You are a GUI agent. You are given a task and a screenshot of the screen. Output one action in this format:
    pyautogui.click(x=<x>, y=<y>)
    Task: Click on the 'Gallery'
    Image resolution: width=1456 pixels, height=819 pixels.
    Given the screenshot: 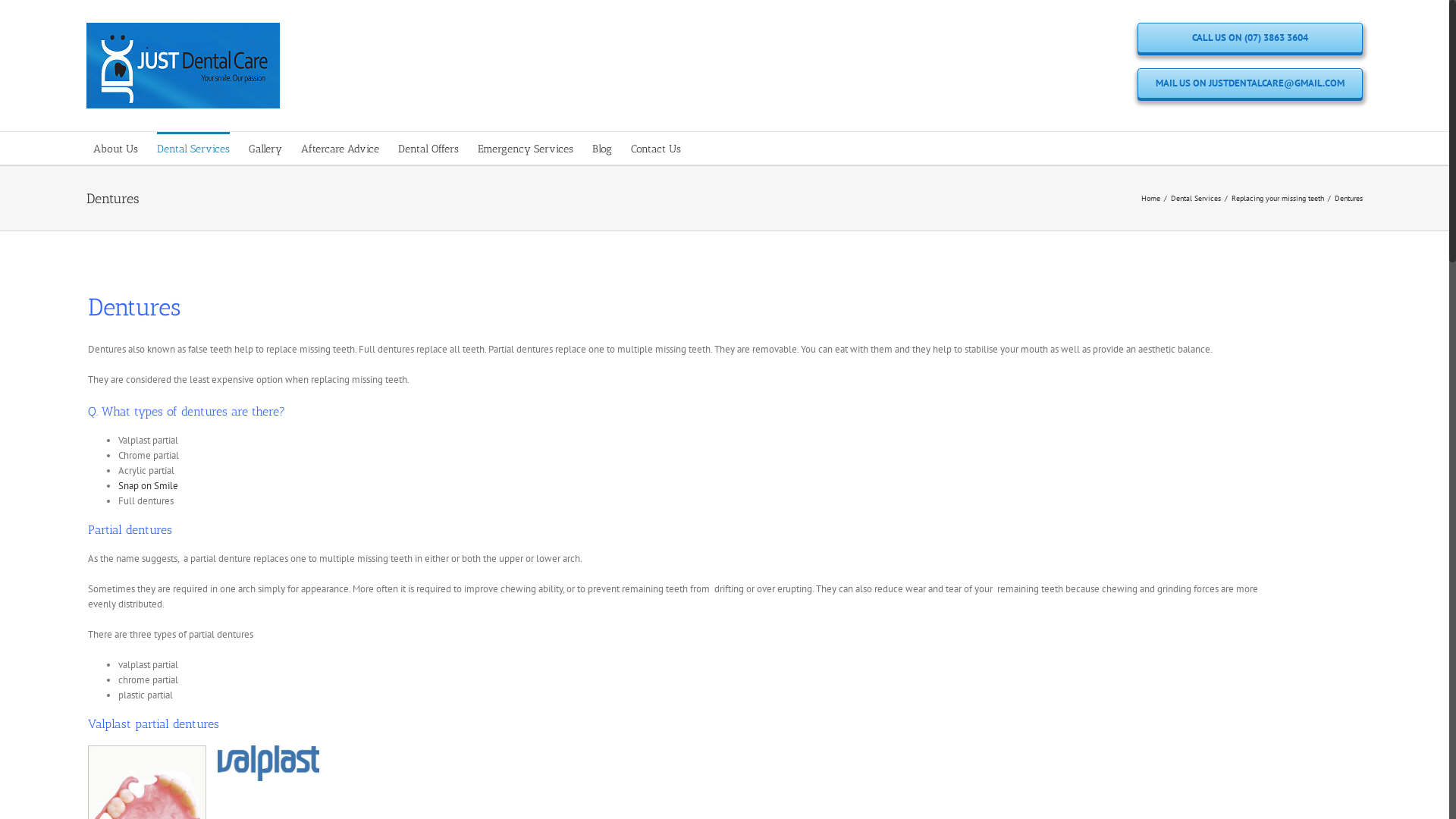 What is the action you would take?
    pyautogui.click(x=265, y=148)
    